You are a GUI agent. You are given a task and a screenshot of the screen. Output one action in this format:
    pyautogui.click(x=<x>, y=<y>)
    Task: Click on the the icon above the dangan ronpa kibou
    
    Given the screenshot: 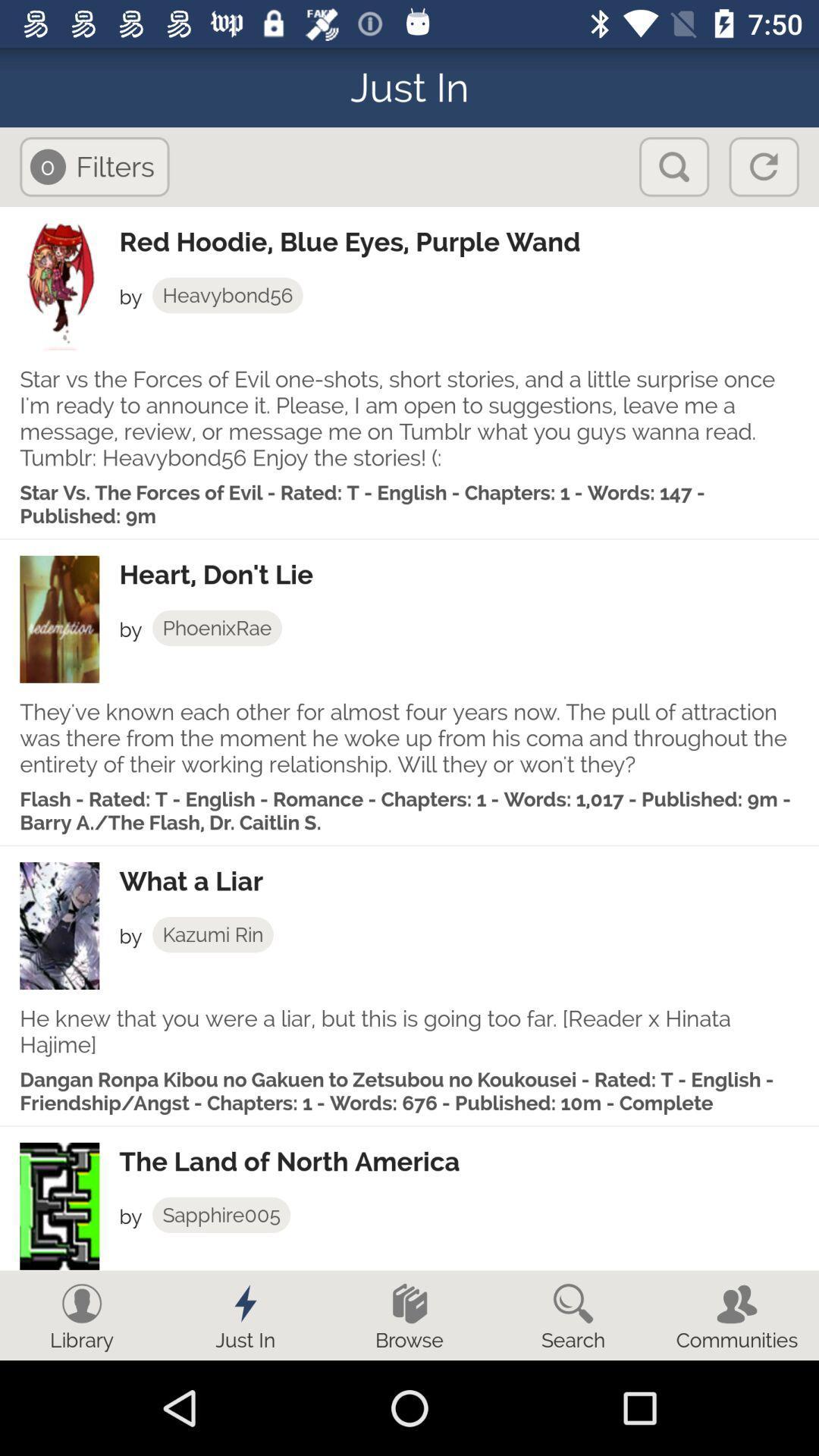 What is the action you would take?
    pyautogui.click(x=409, y=1031)
    